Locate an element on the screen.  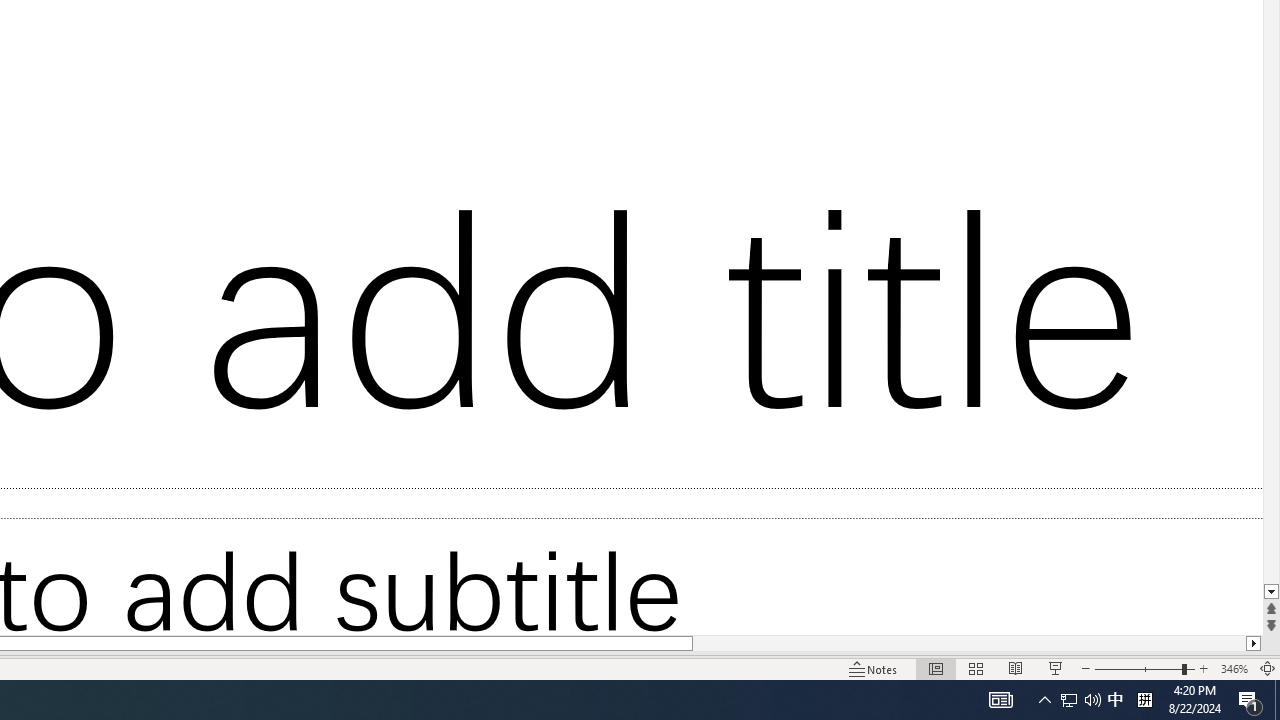
'Normal' is located at coordinates (935, 669).